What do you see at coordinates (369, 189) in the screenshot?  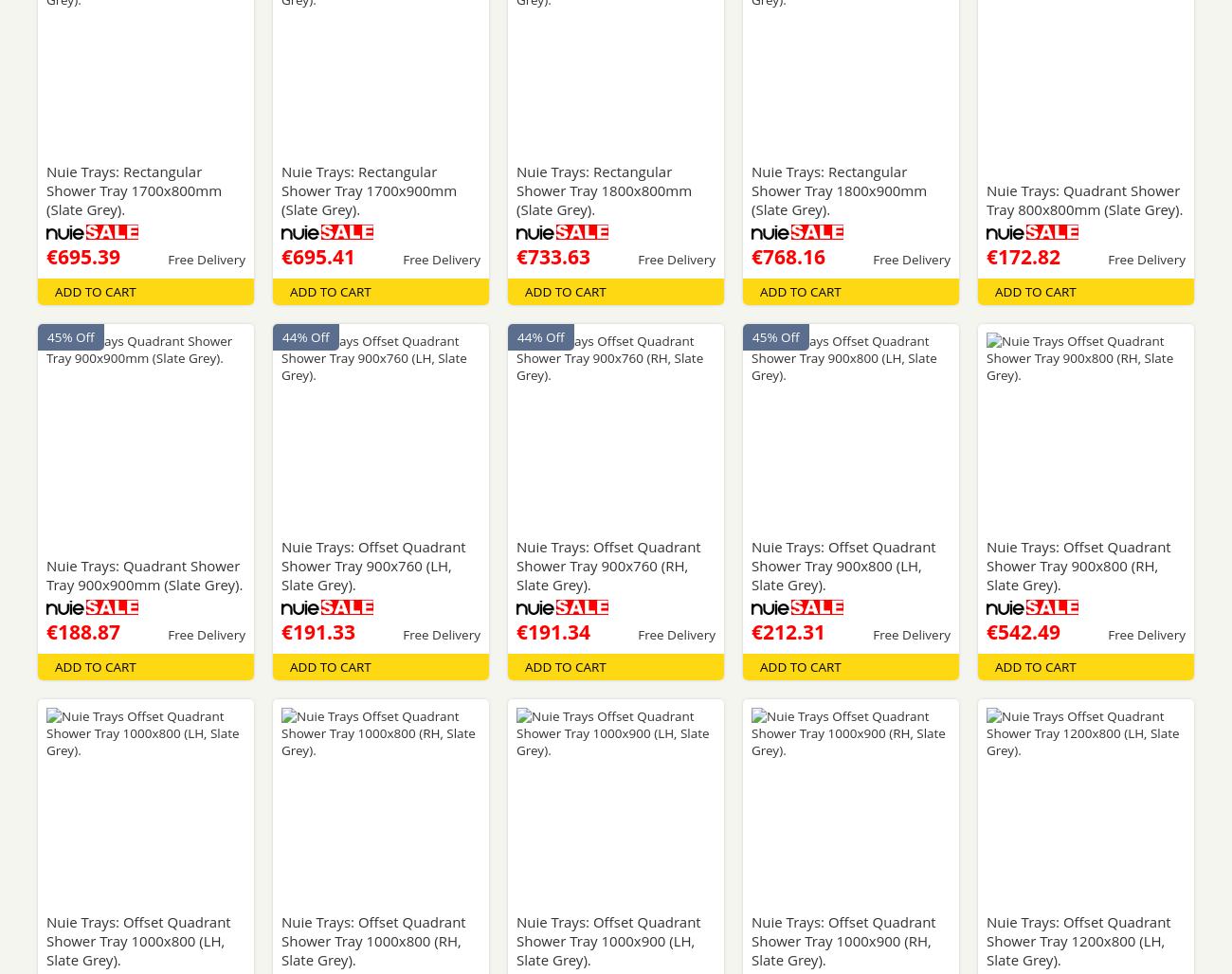 I see `'Nuie Trays: Rectangular Shower Tray 1700x900mm (Slate Grey).'` at bounding box center [369, 189].